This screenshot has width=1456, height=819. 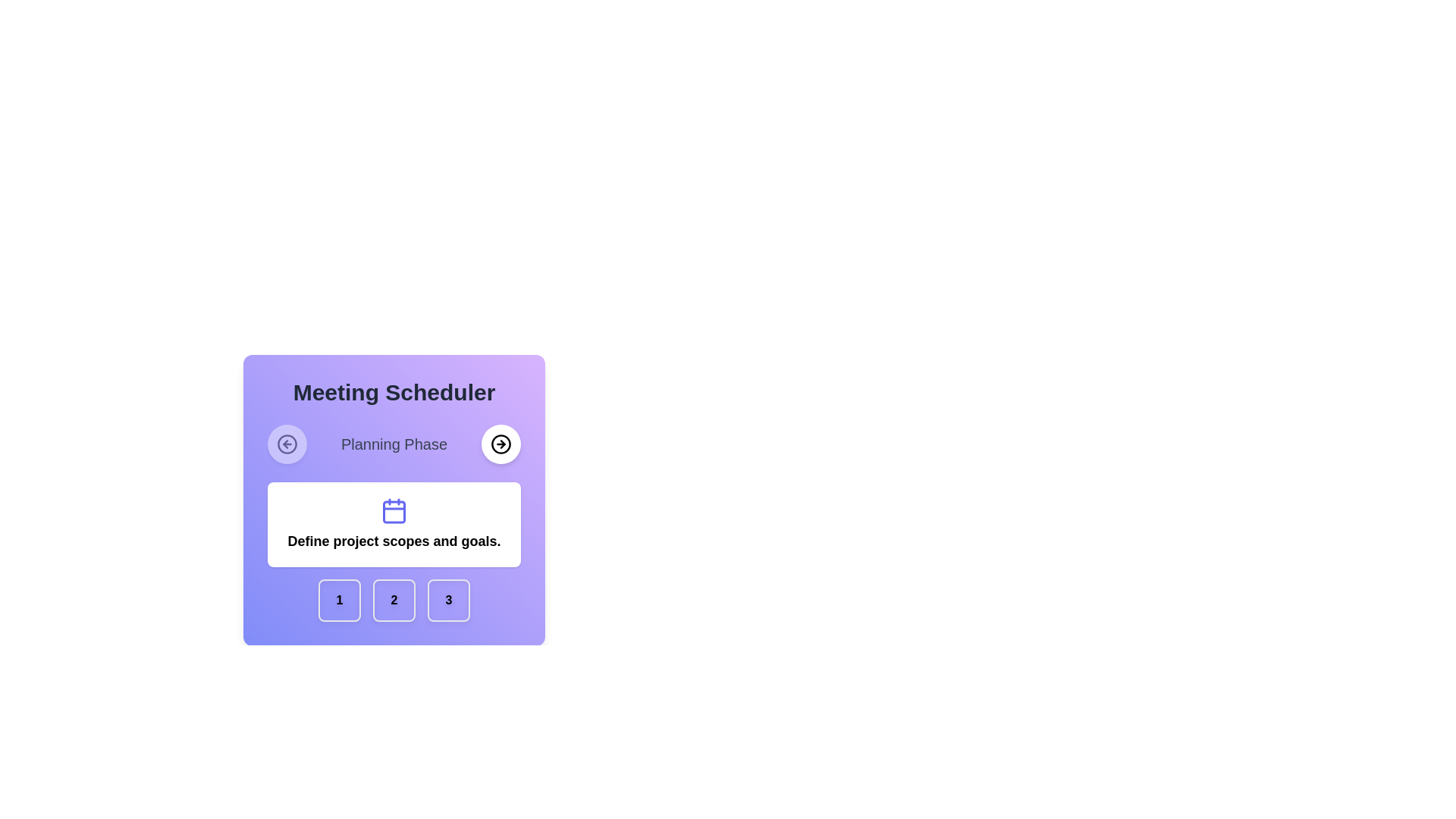 What do you see at coordinates (287, 444) in the screenshot?
I see `the leftmost circular button icon at the top of the 'Meeting Scheduler' card` at bounding box center [287, 444].